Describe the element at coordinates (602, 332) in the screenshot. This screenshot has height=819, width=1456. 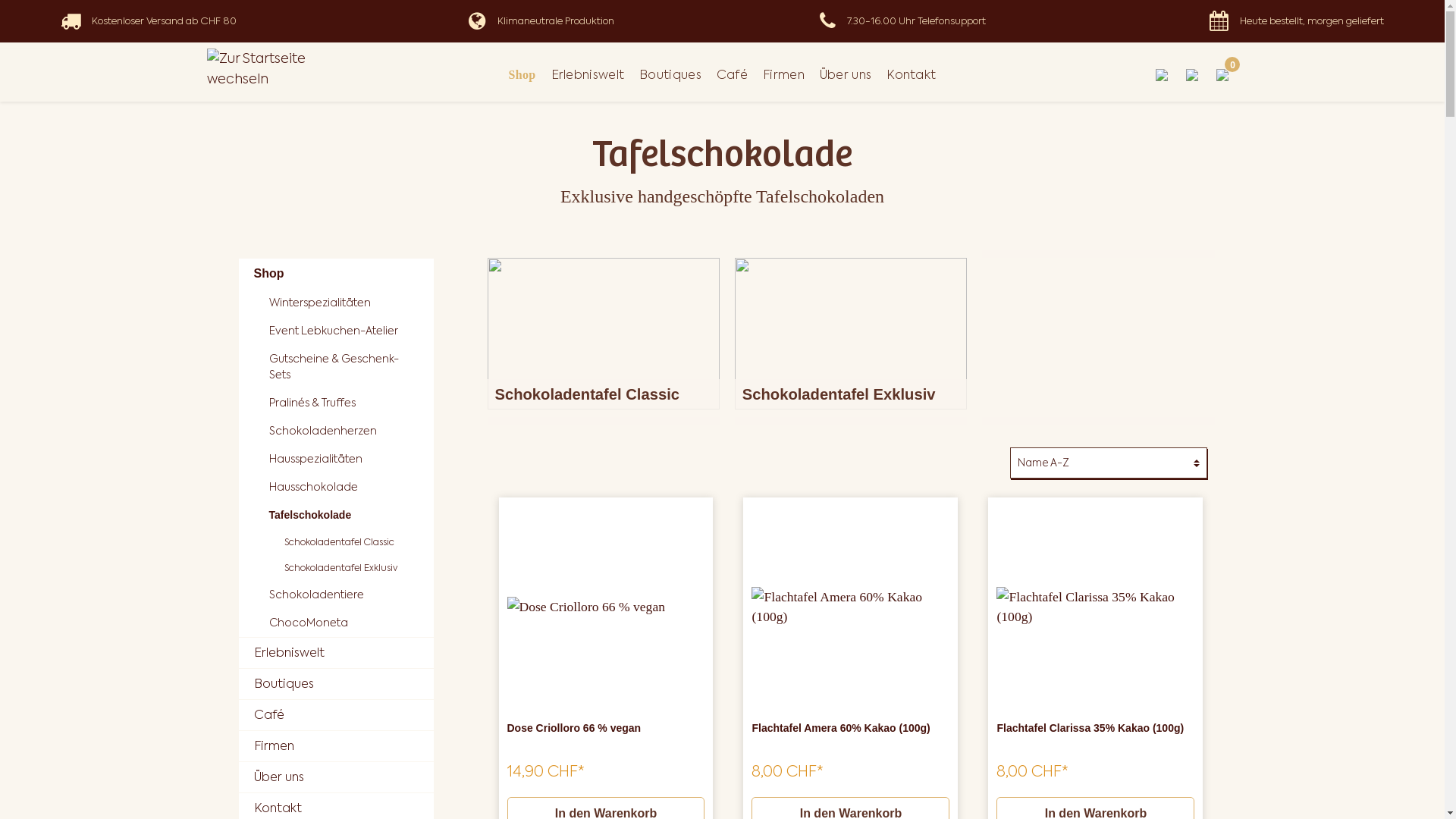
I see `'Schokoladentafel Classic'` at that location.